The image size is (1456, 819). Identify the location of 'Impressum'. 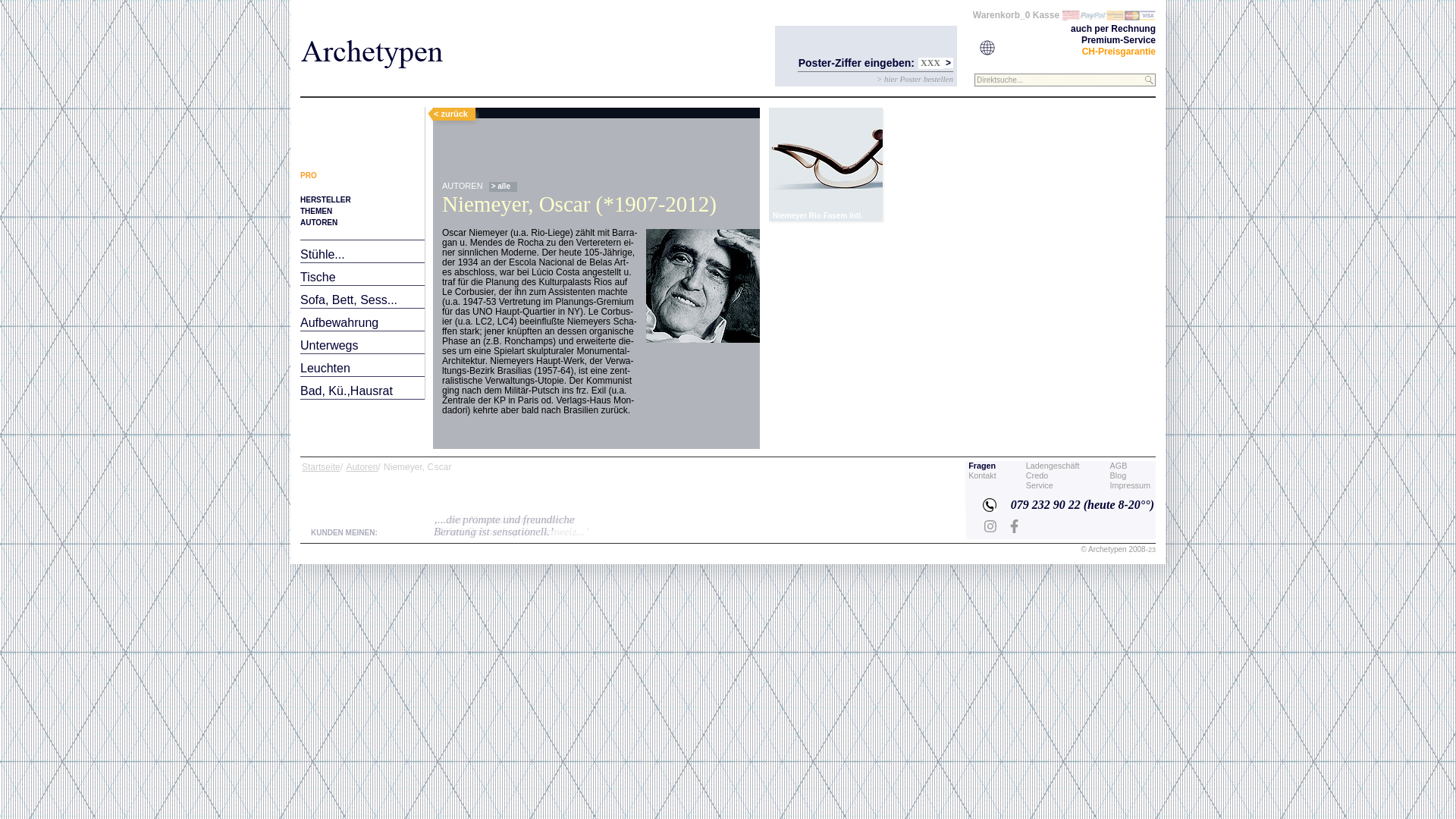
(1130, 485).